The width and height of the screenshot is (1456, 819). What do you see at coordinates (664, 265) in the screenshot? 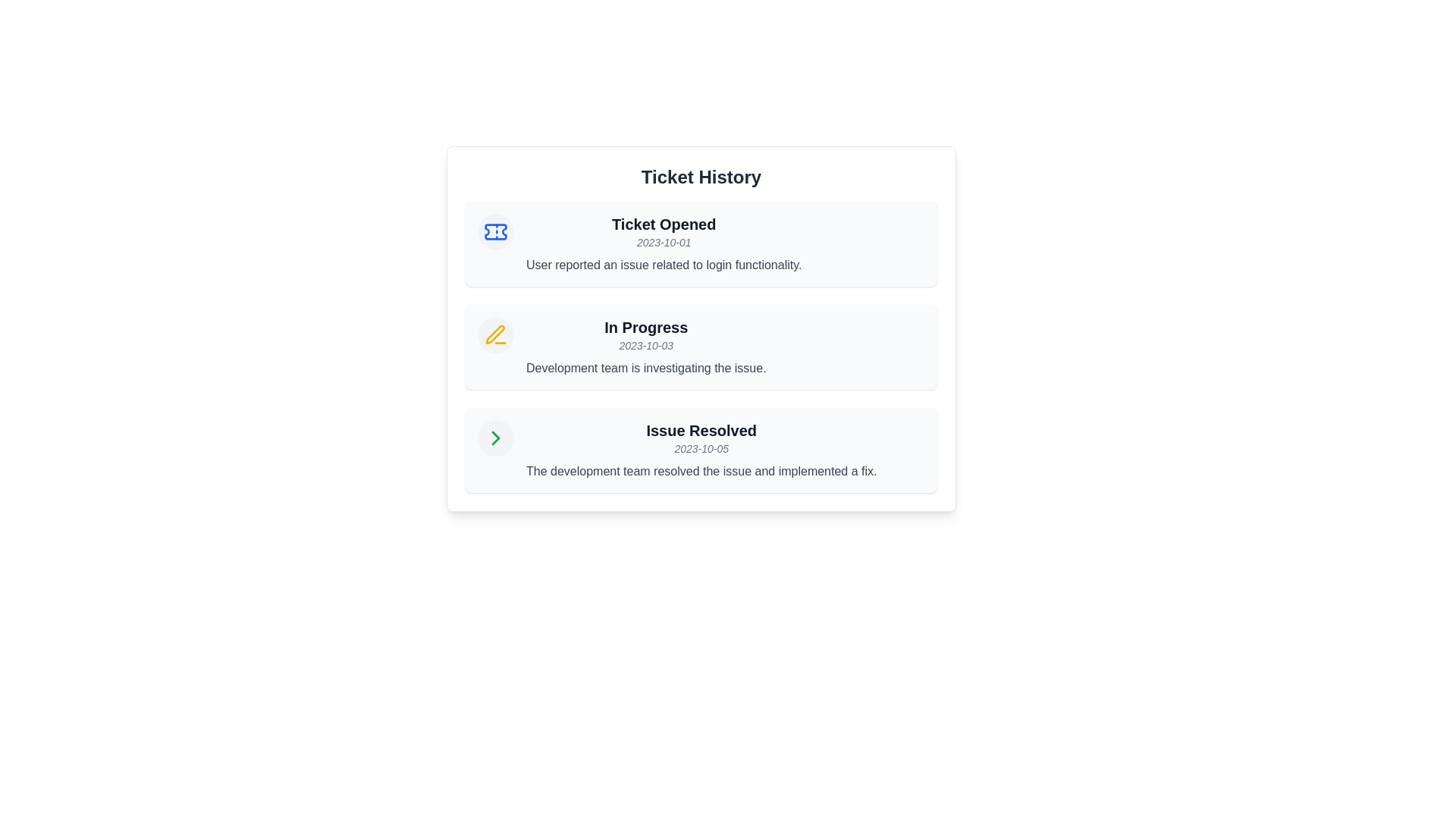
I see `the text label stating 'User reported an issue related to login functionality.', which is styled in gray font and positioned below the 'Ticket Opened' title and the date '2023-10-01'` at bounding box center [664, 265].